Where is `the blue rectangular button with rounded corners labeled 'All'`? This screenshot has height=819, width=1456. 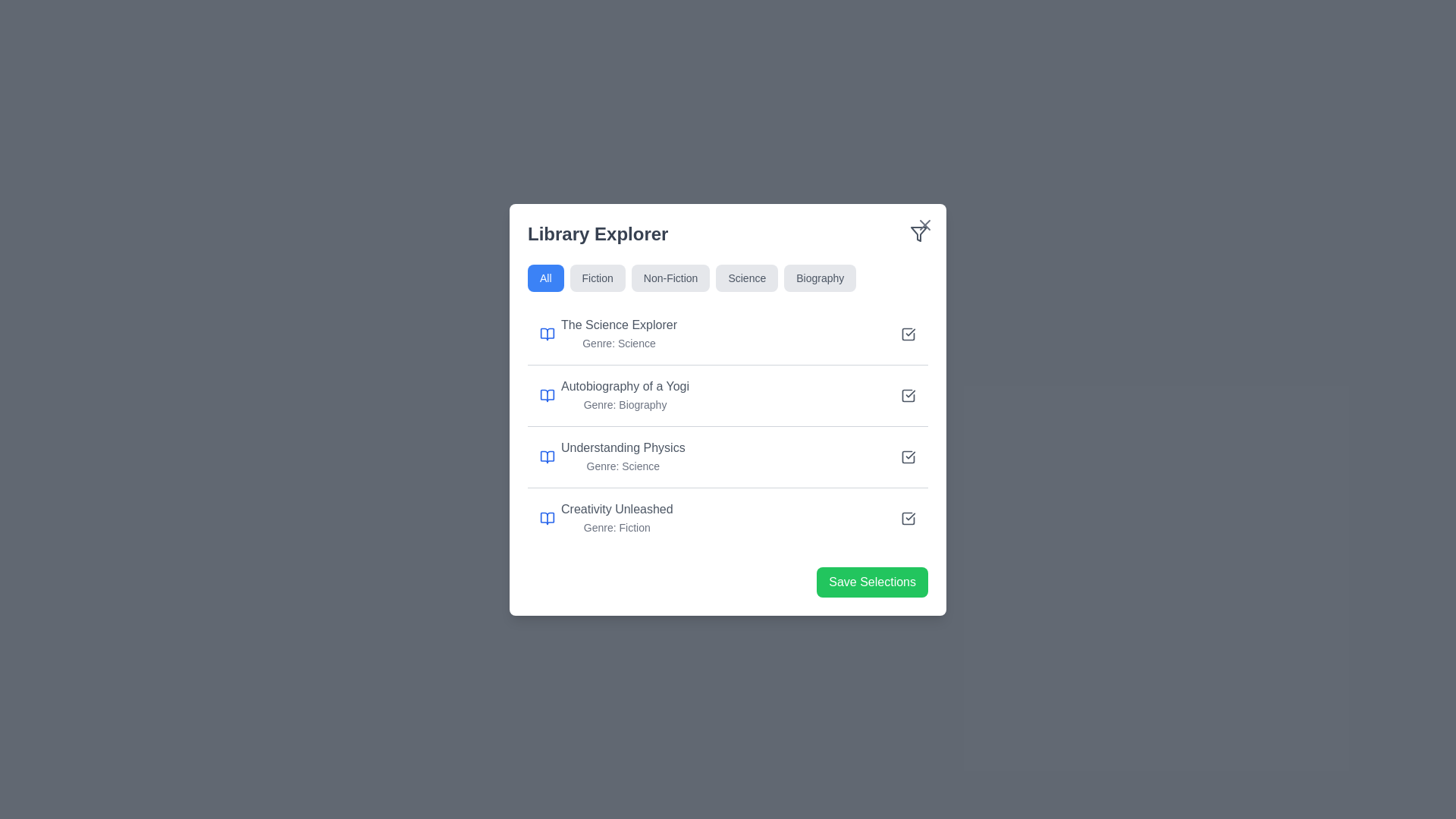
the blue rectangular button with rounded corners labeled 'All' is located at coordinates (545, 278).